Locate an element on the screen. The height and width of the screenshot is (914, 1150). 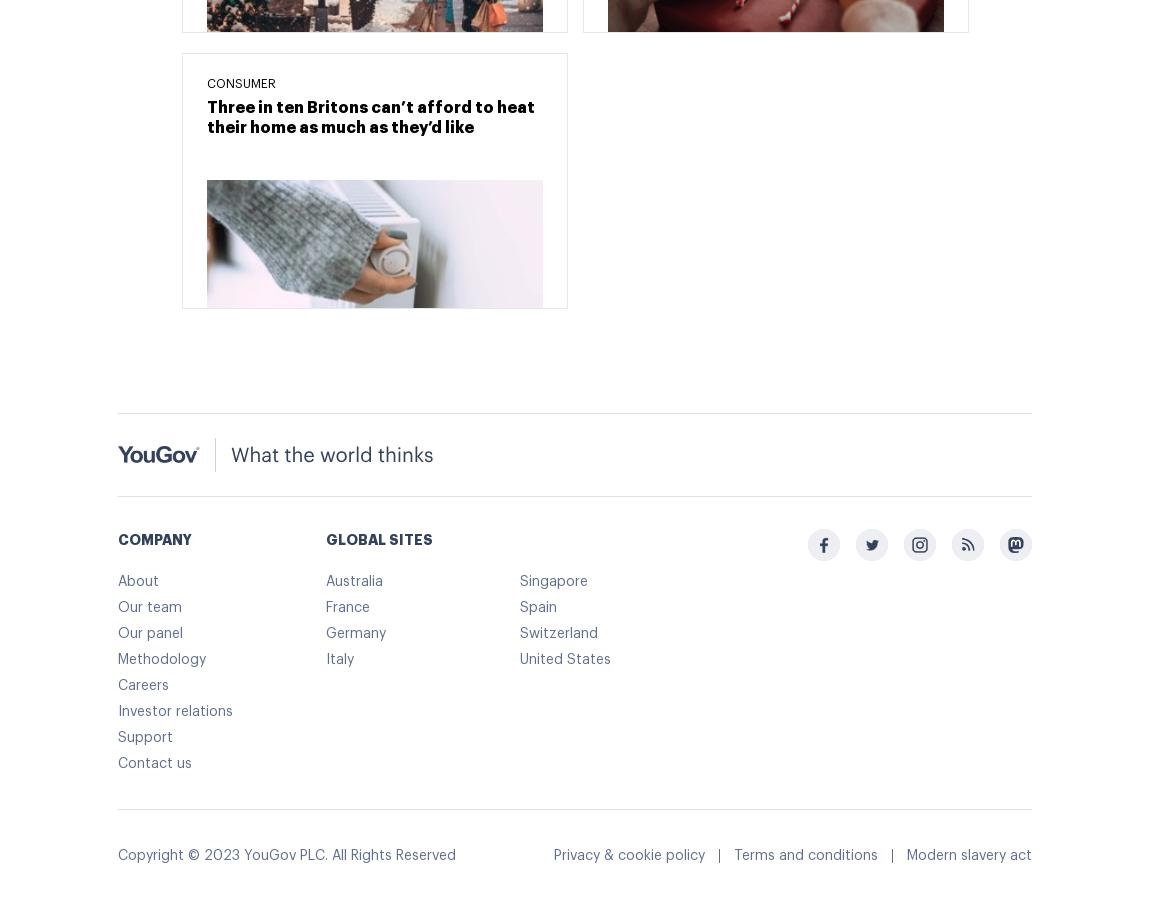
'COMPANY' is located at coordinates (154, 537).